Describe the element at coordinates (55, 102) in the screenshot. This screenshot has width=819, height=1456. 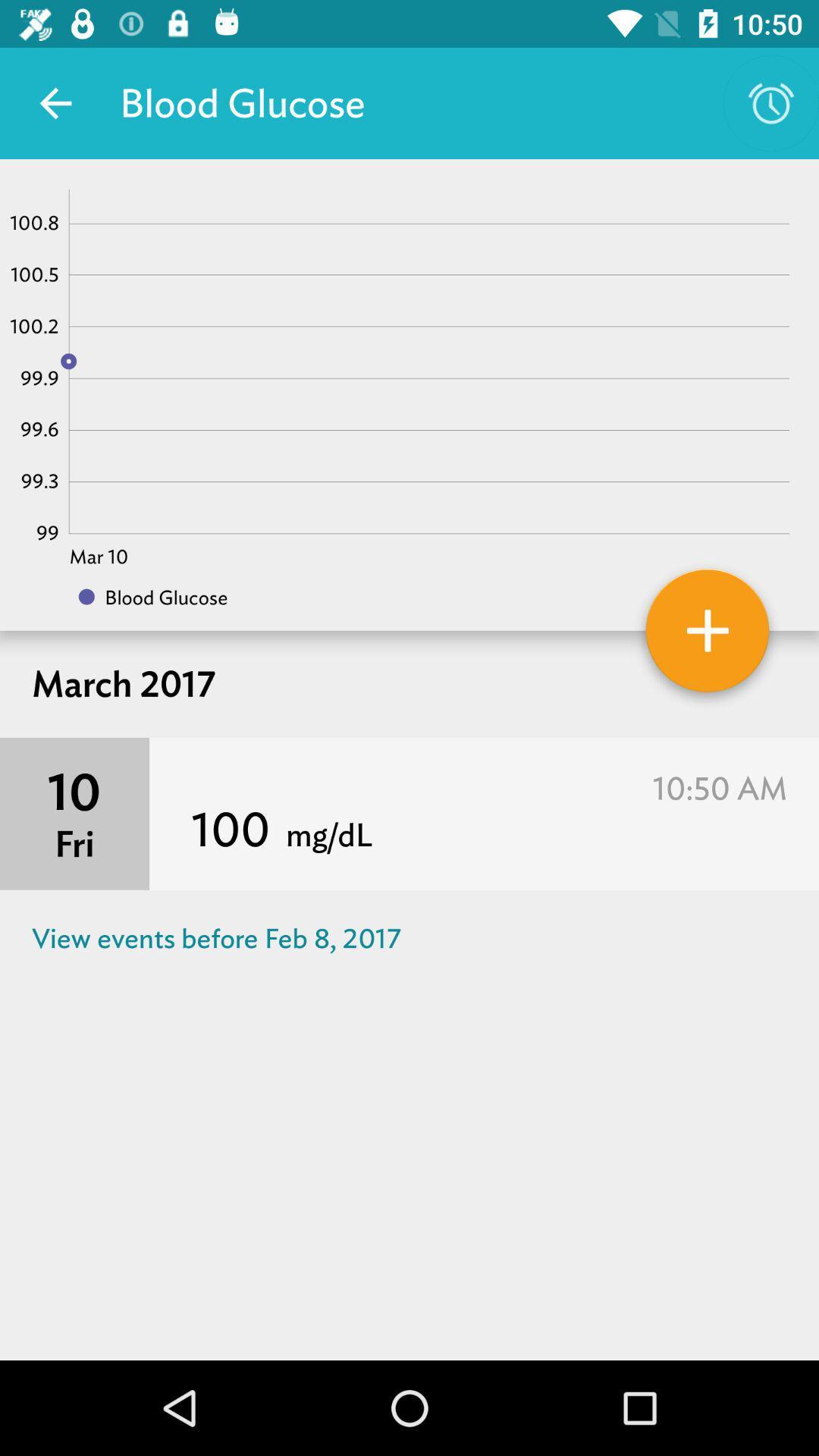
I see `return to previous screen` at that location.